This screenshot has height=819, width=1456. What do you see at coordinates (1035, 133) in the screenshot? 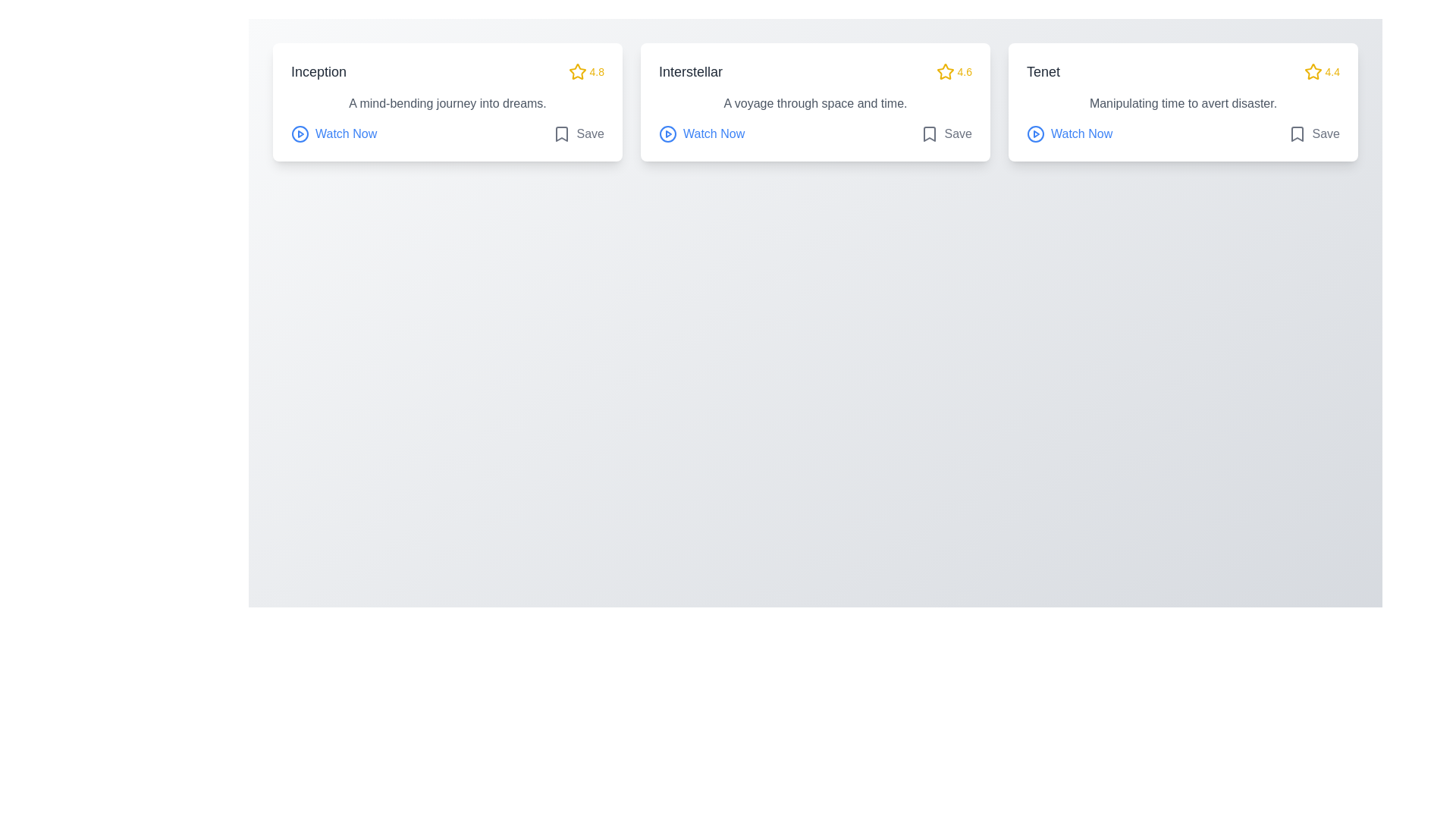
I see `the play action icon located within the 'Watch Now' button to the left of the 'Watch Now' text on the third card for the movie 'Tenet'` at bounding box center [1035, 133].